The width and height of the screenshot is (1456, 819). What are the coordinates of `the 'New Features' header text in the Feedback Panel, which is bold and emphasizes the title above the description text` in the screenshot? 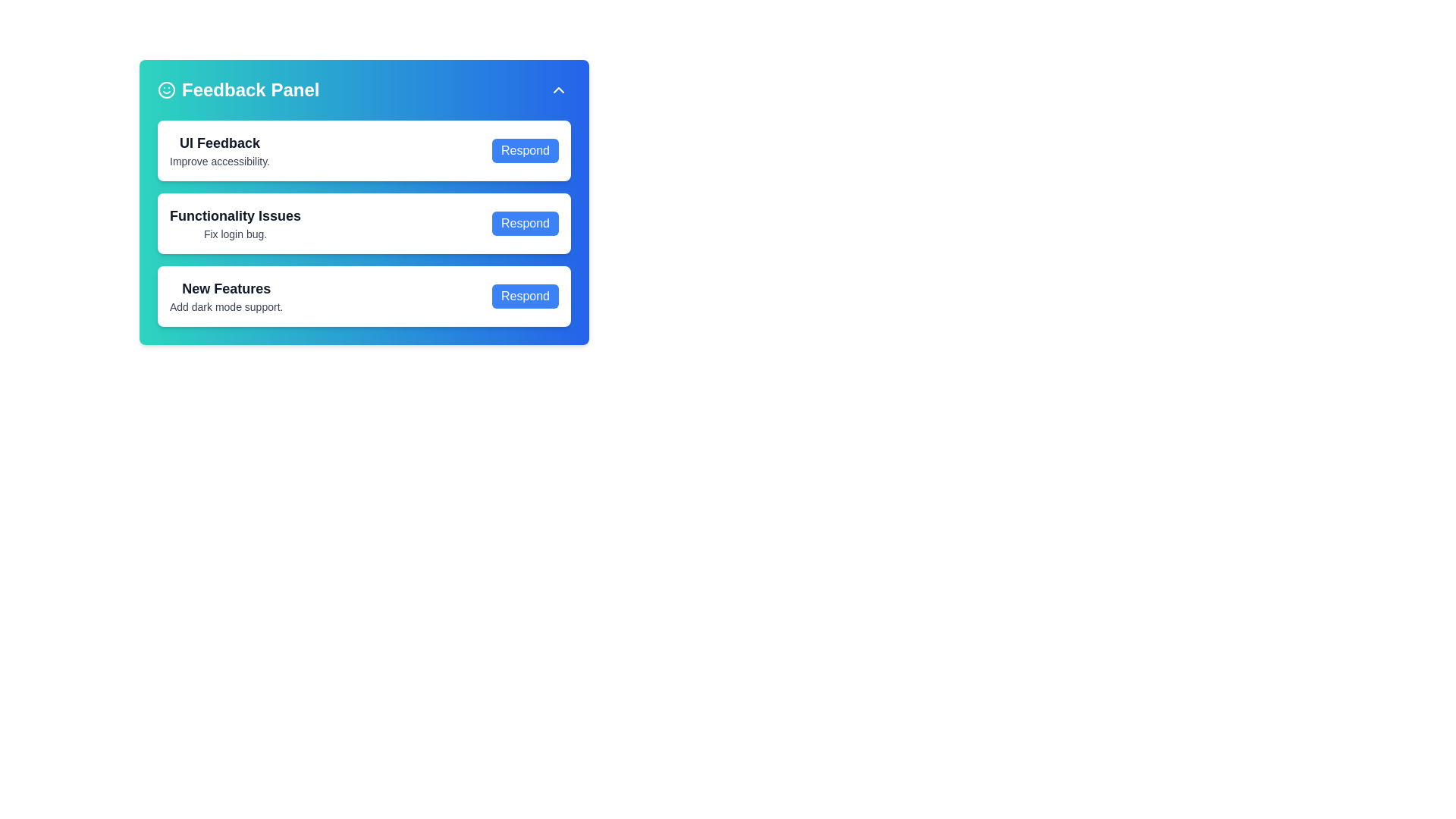 It's located at (225, 289).